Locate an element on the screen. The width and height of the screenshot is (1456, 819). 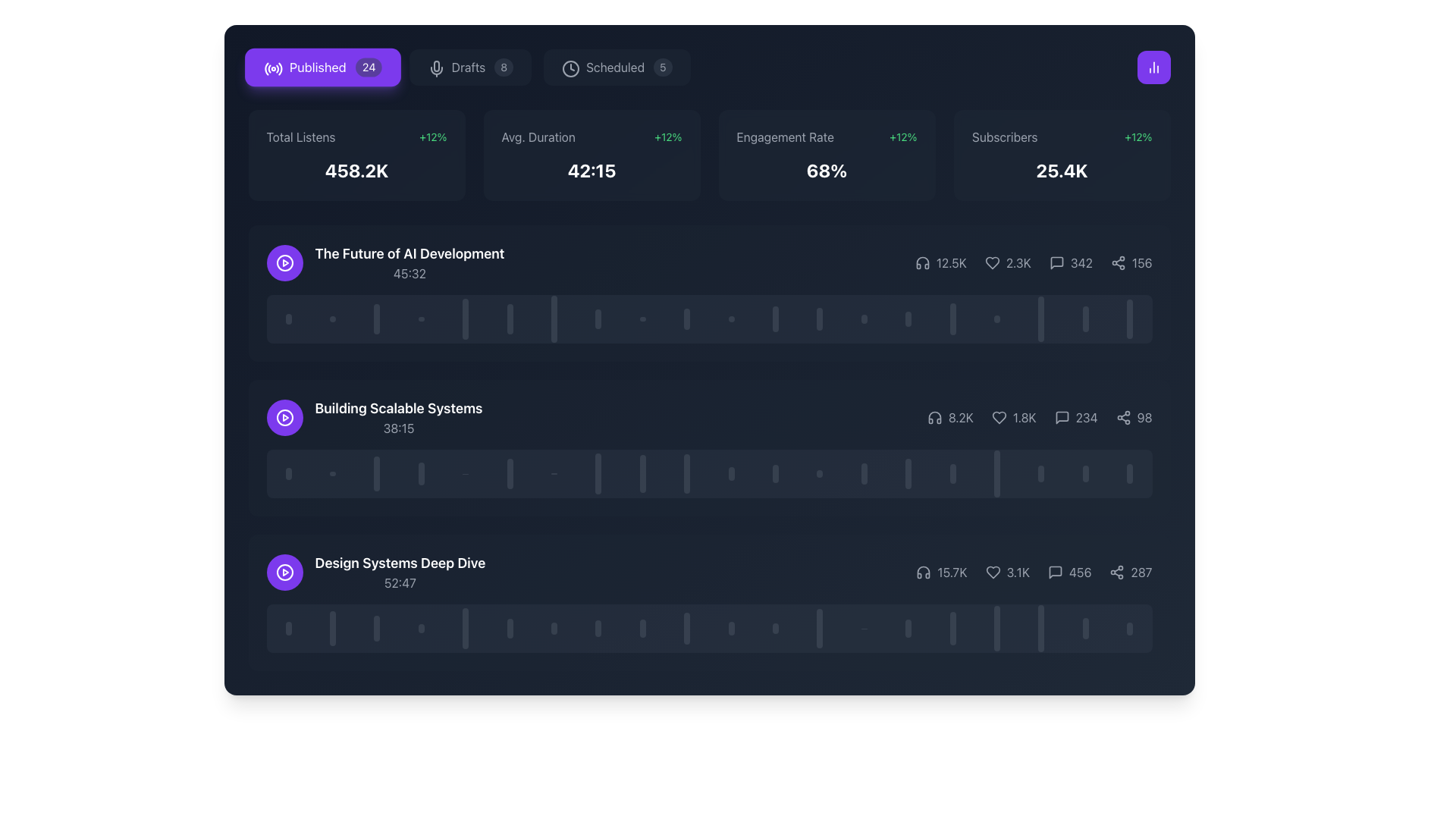
the twelfth vertical progress indicator in a sequence of similar elements, which is colored in gray with partial transparency and has a subtle glow-like appearance is located at coordinates (775, 472).